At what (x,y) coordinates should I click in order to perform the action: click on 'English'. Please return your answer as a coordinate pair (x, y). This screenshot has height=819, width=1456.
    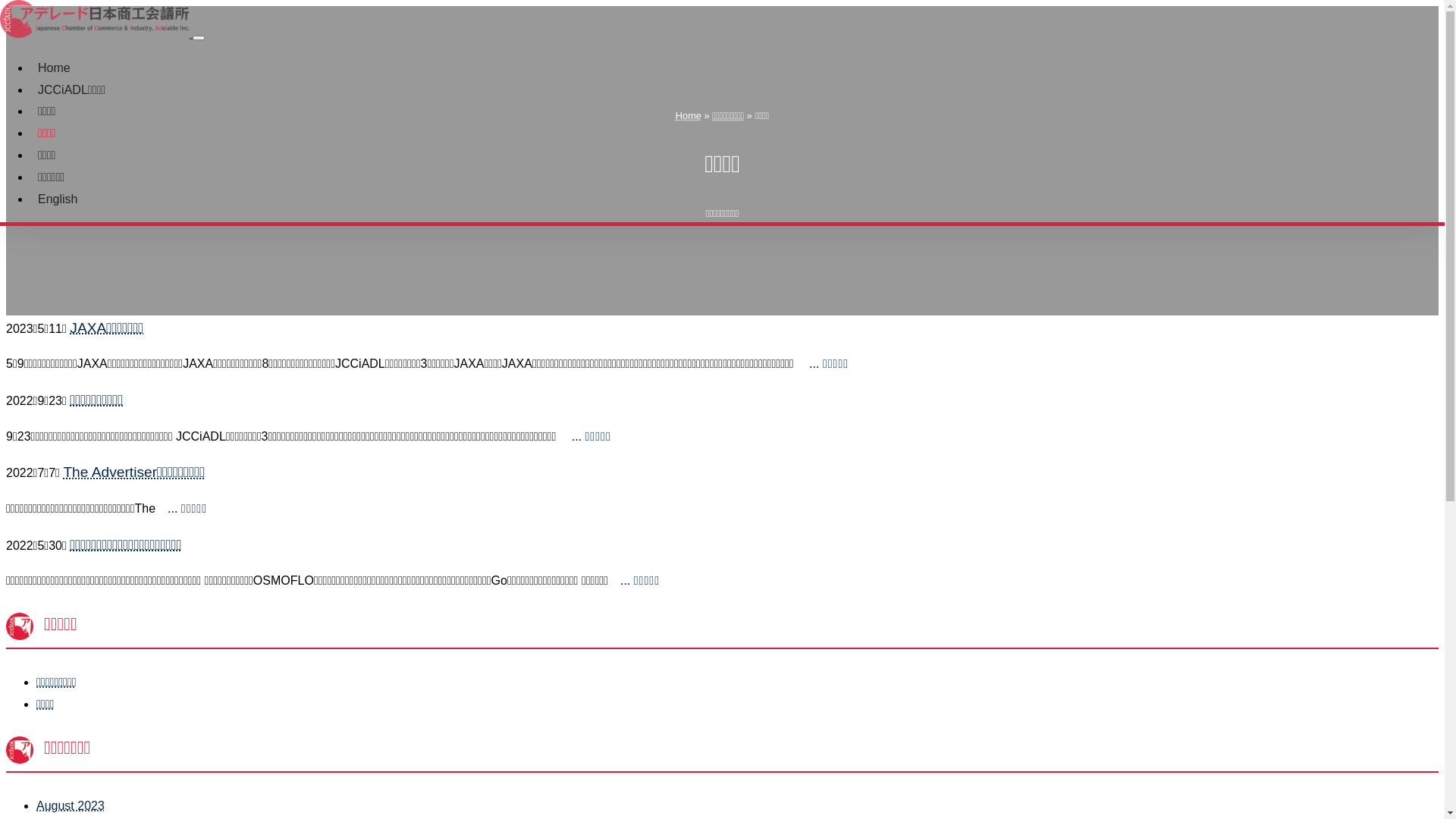
    Looking at the image, I should click on (30, 198).